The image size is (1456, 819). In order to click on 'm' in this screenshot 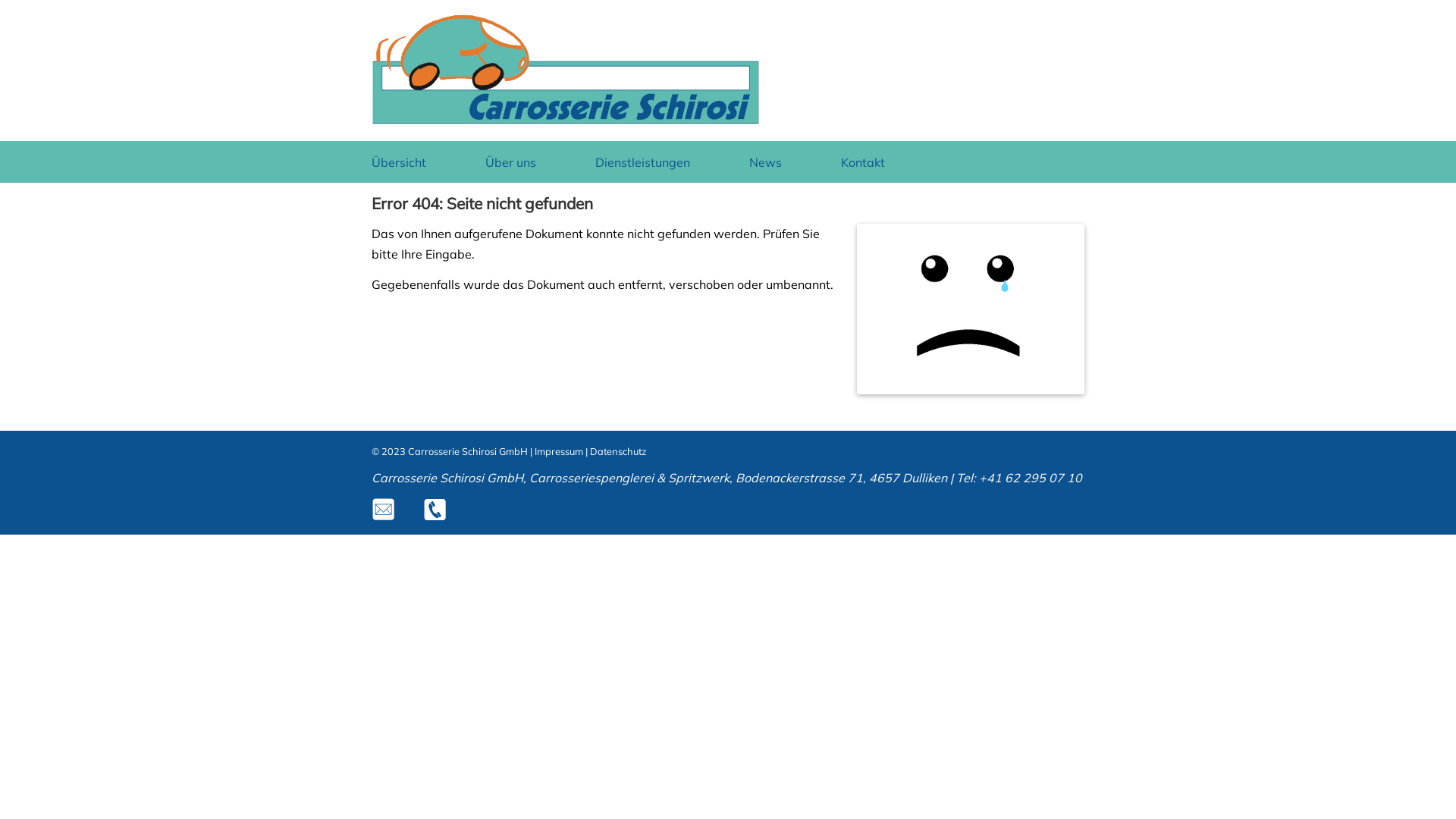, I will do `click(383, 510)`.